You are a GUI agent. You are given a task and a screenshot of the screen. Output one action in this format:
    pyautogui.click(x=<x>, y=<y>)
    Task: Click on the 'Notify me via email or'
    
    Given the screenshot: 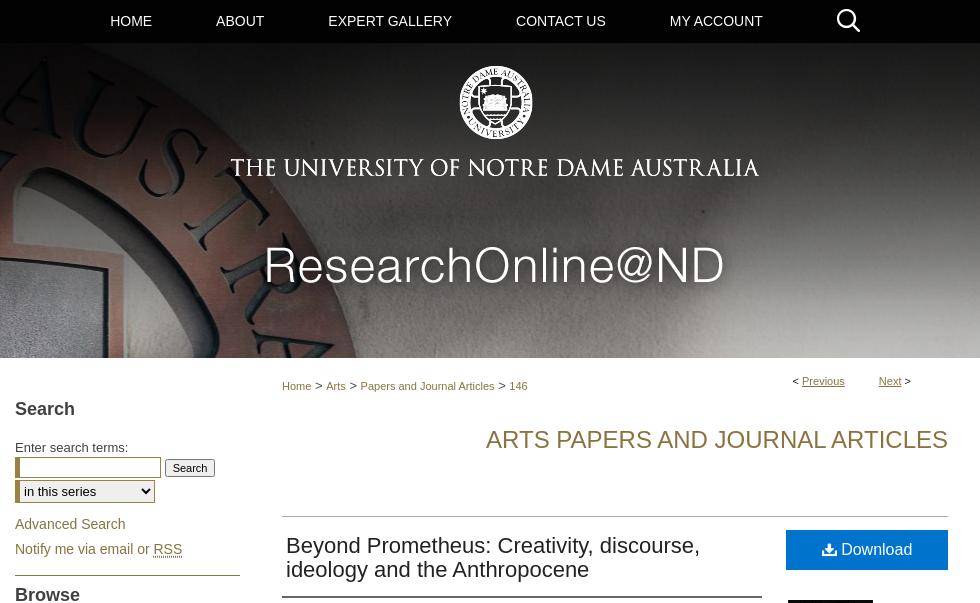 What is the action you would take?
    pyautogui.click(x=14, y=547)
    